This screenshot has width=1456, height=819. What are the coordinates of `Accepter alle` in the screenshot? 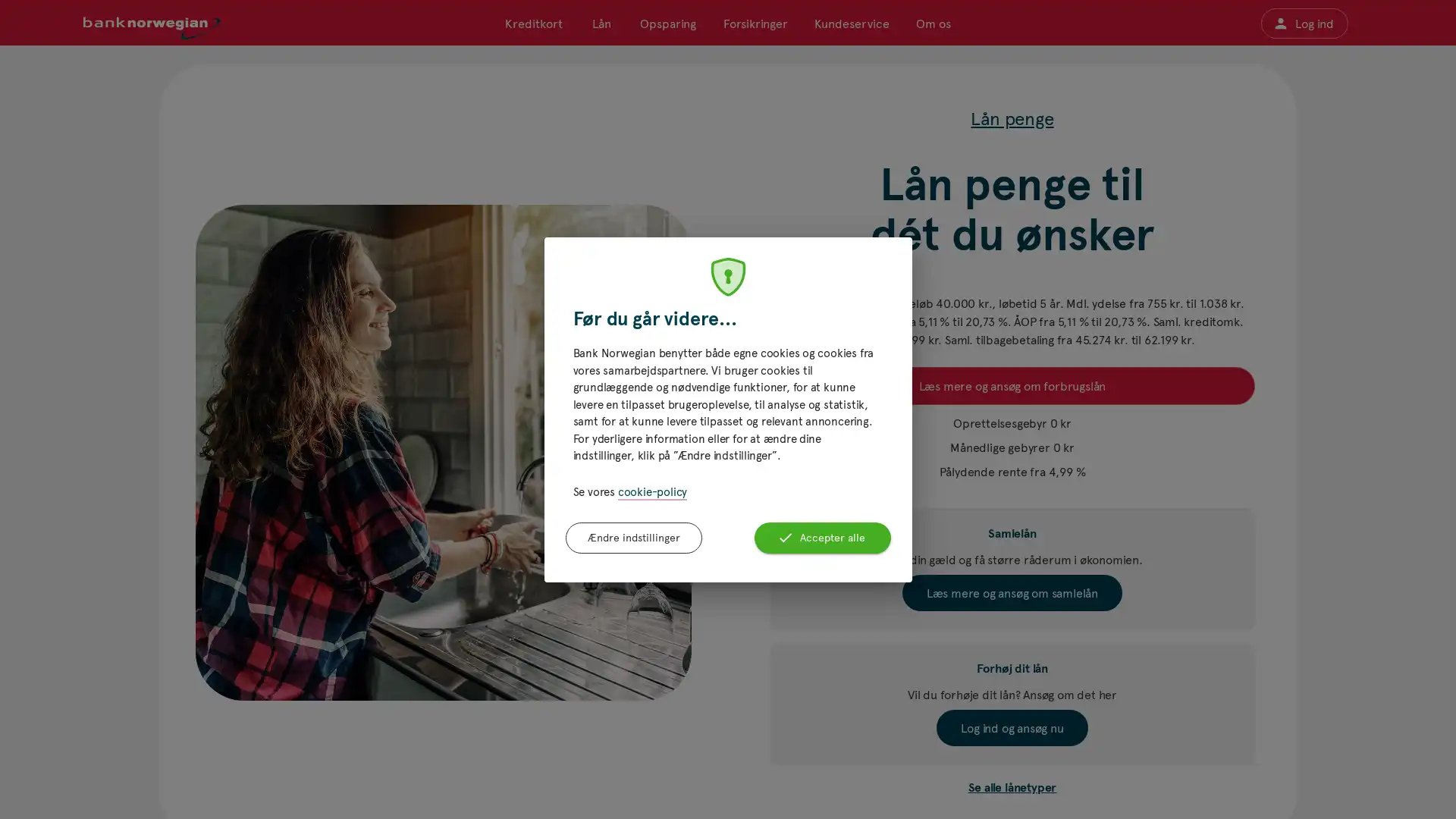 It's located at (821, 537).